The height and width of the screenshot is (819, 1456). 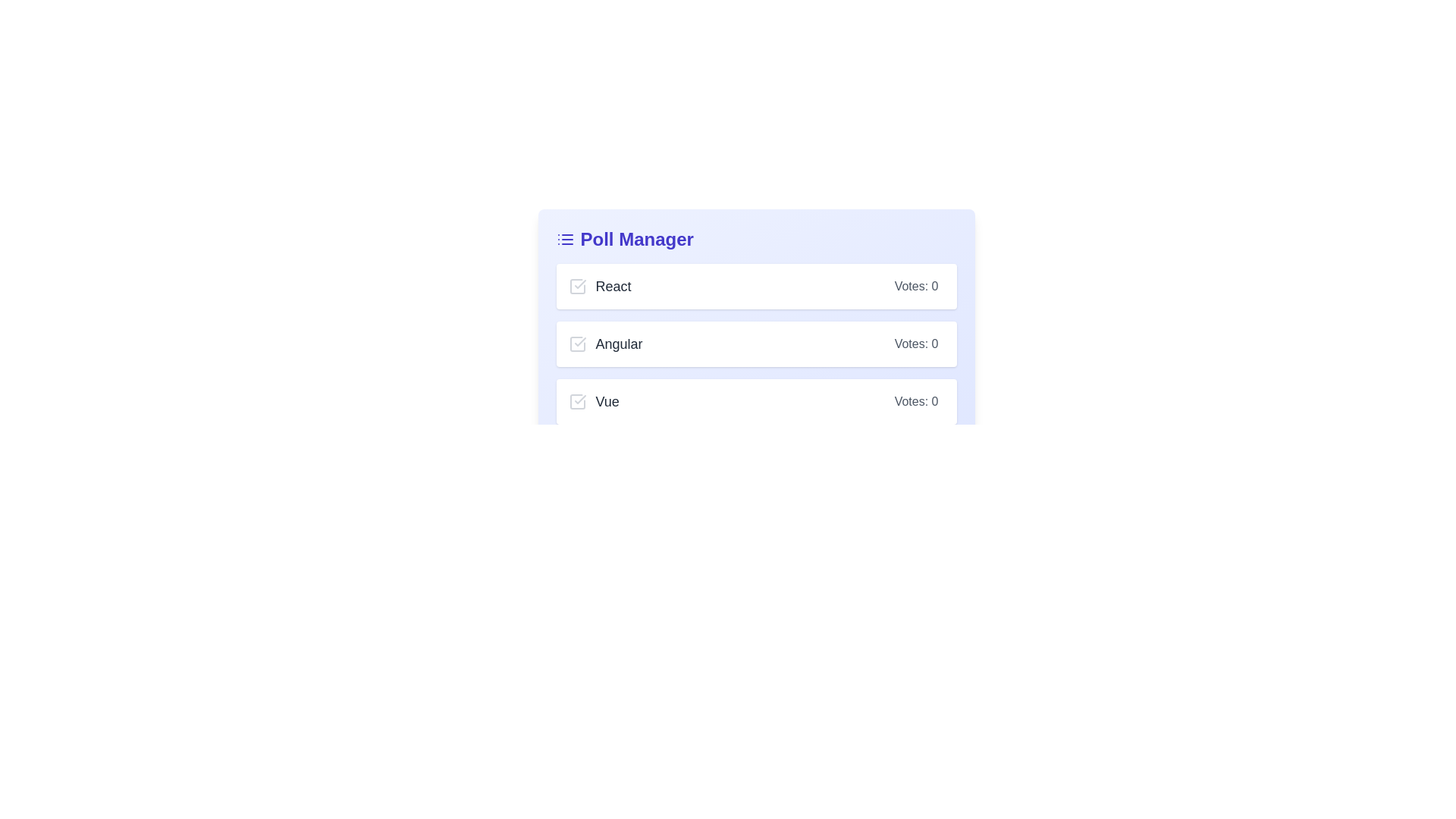 I want to click on the checkbox of the first list item displaying the 'React' poll option, so click(x=756, y=287).